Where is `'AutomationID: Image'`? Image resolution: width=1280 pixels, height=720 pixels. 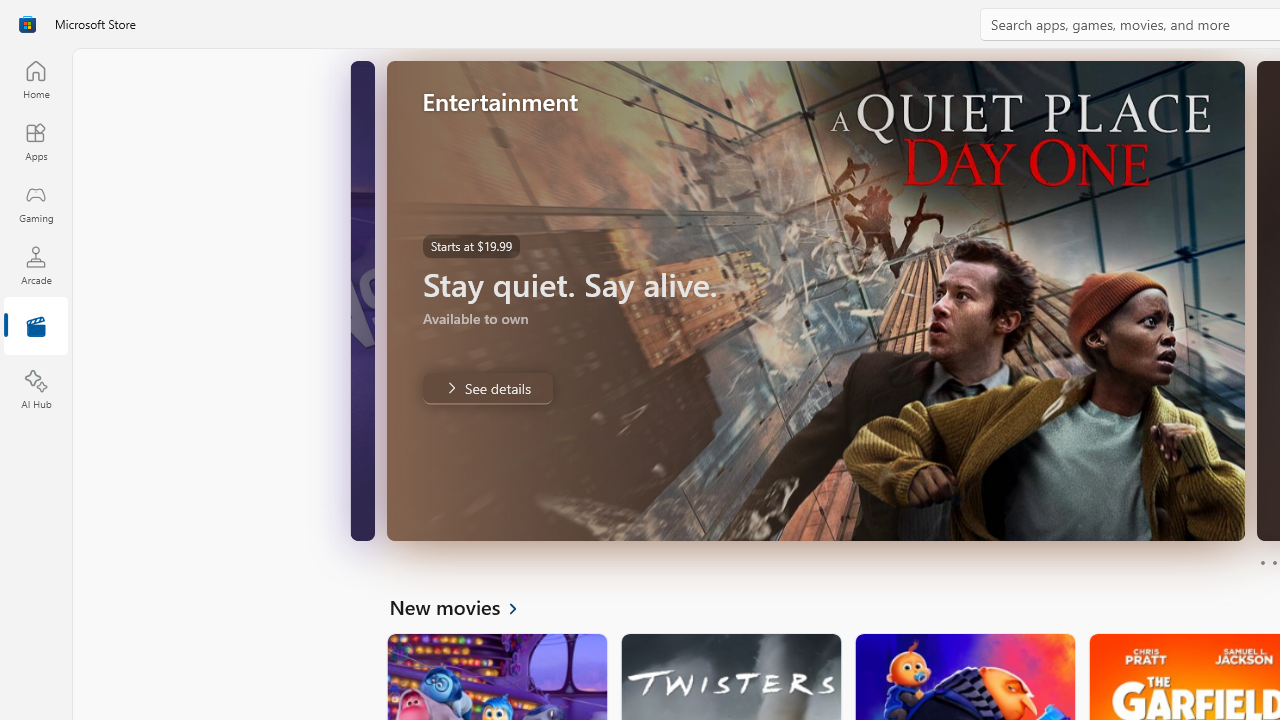 'AutomationID: Image' is located at coordinates (815, 300).